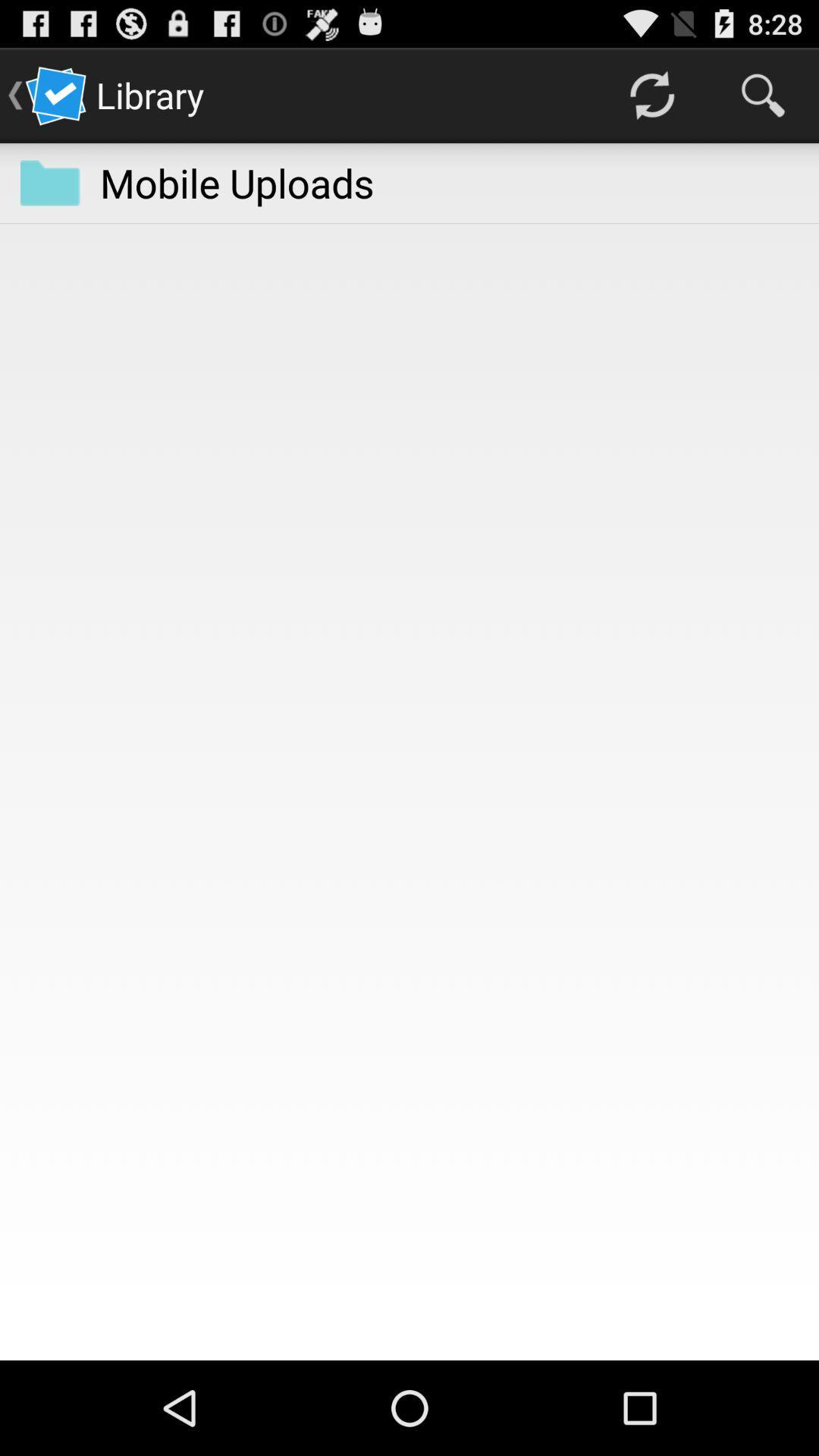 The image size is (819, 1456). Describe the element at coordinates (49, 182) in the screenshot. I see `app next to mobile uploads` at that location.